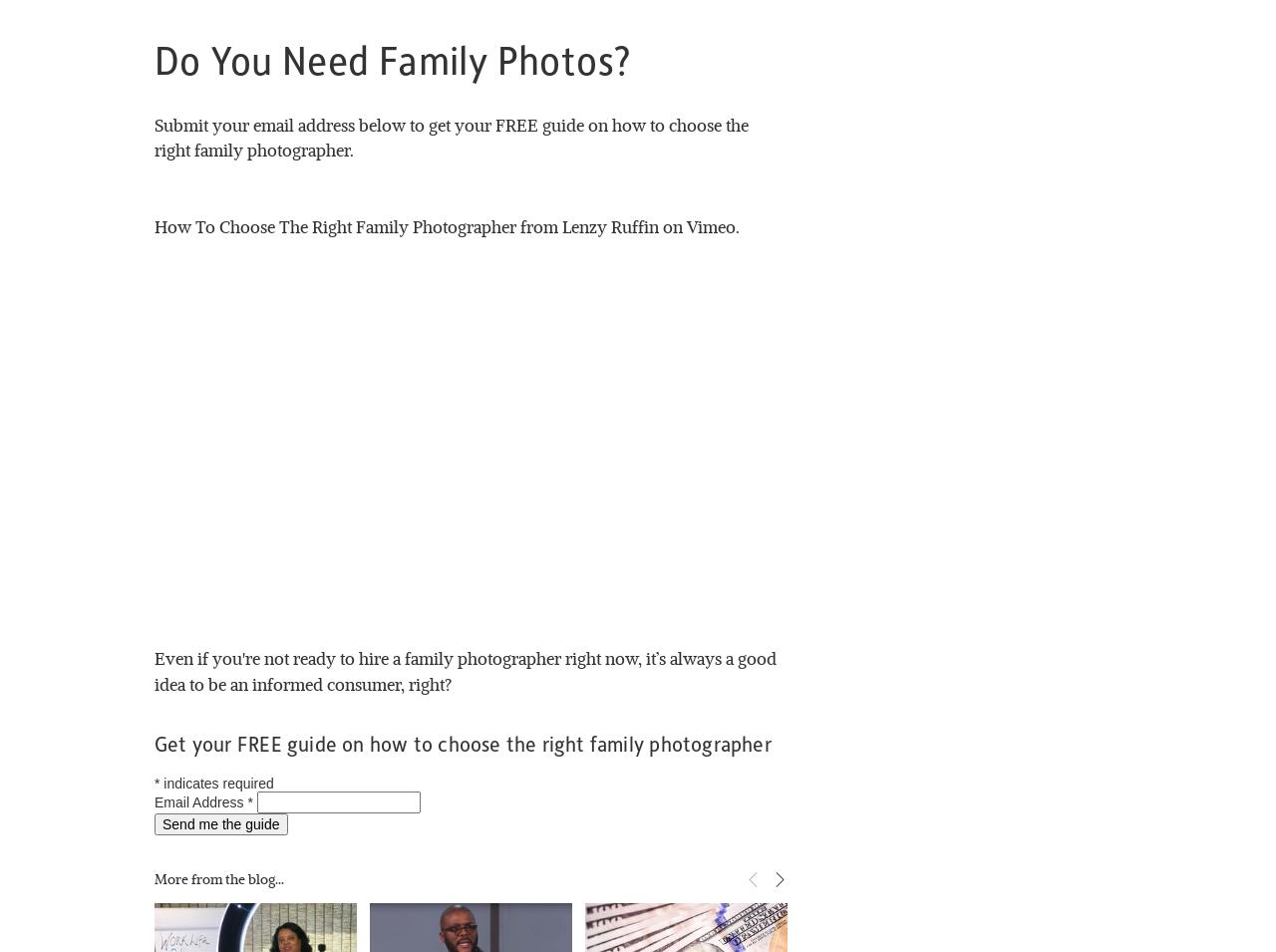 Image resolution: width=1276 pixels, height=952 pixels. I want to click on 'Lenzy Ruffin', so click(609, 225).